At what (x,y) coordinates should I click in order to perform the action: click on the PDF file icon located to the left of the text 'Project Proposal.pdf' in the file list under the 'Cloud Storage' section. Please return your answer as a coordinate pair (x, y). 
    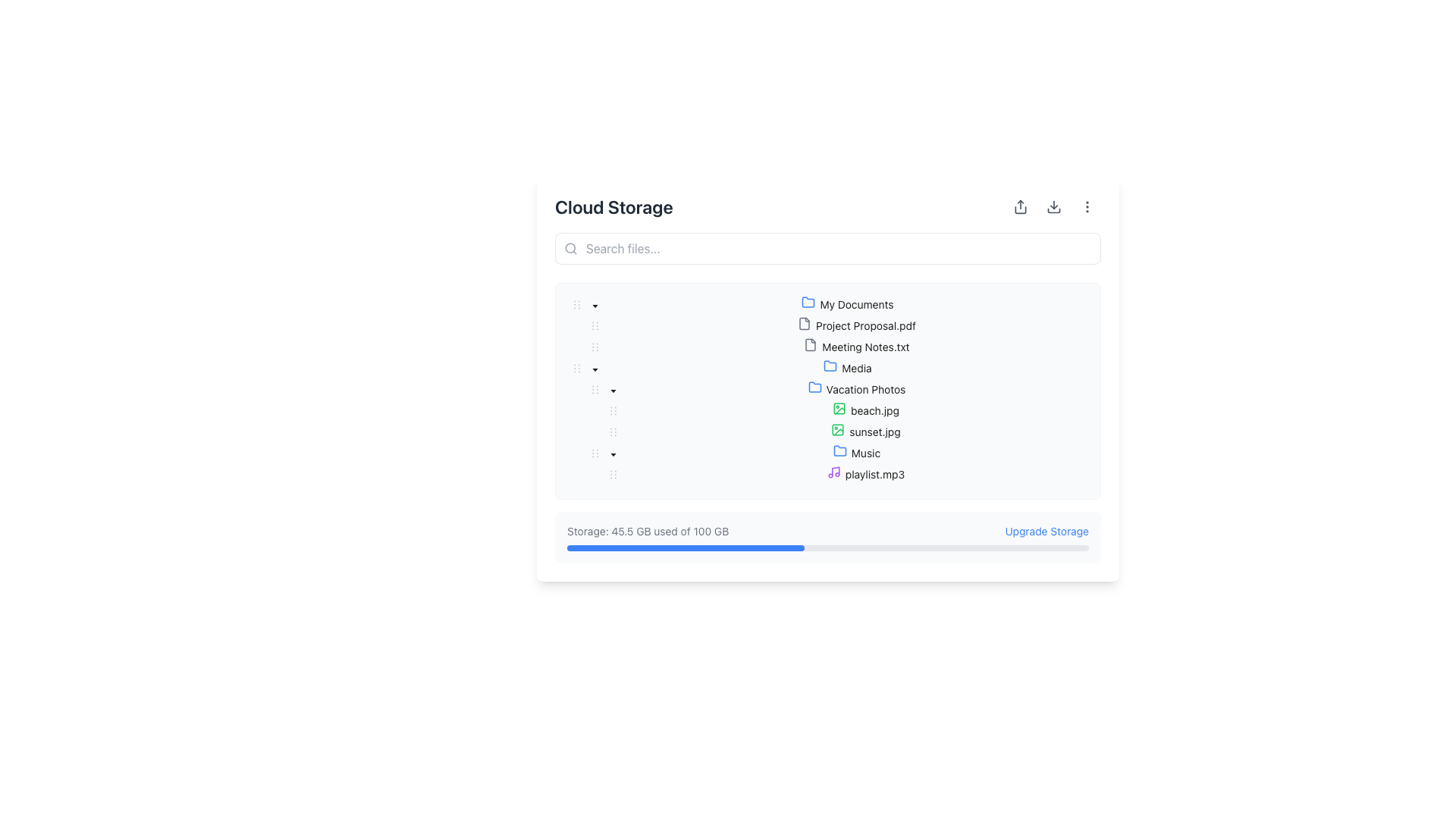
    Looking at the image, I should click on (804, 323).